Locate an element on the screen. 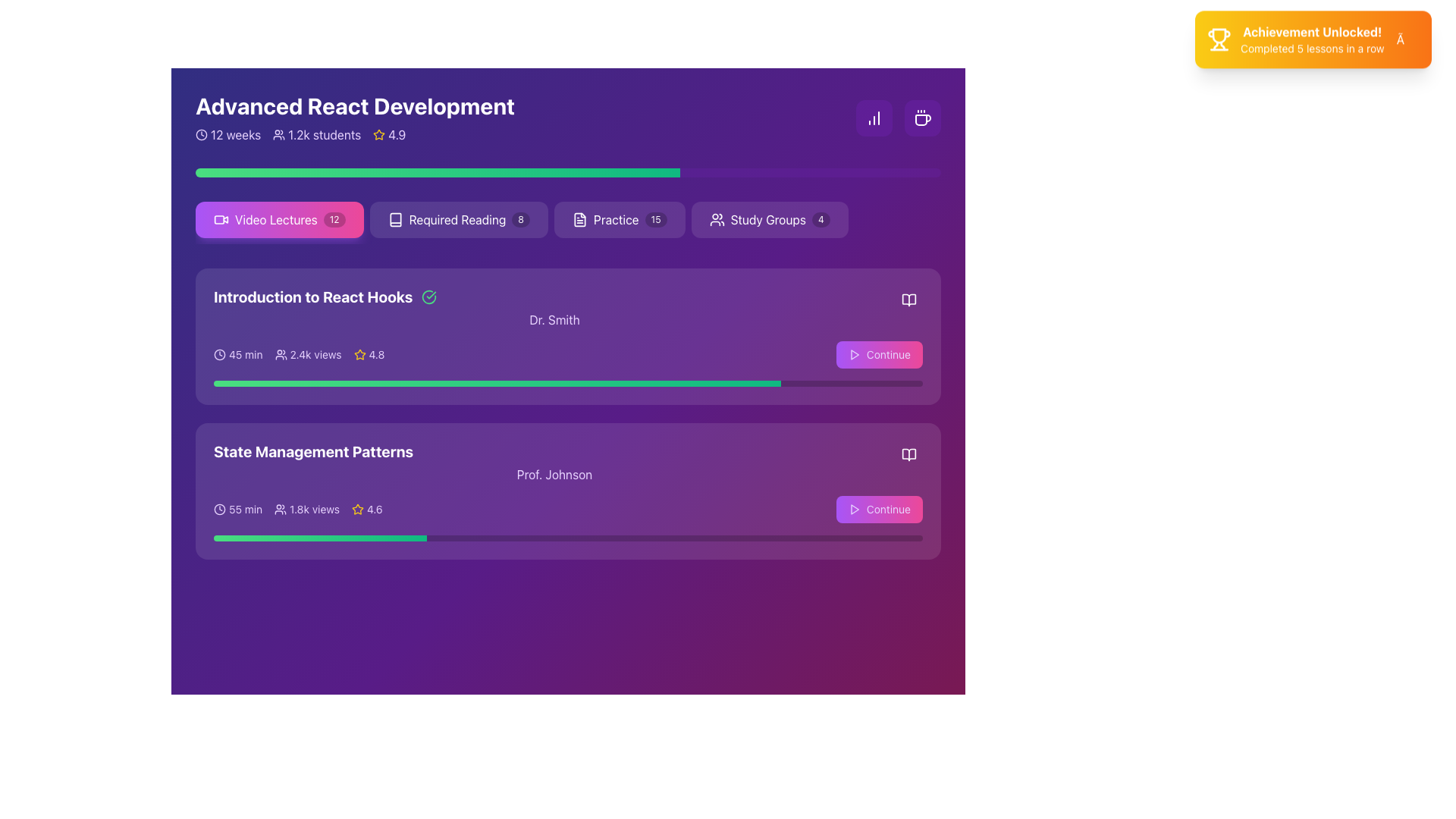 The image size is (1456, 819). slider value is located at coordinates (617, 382).